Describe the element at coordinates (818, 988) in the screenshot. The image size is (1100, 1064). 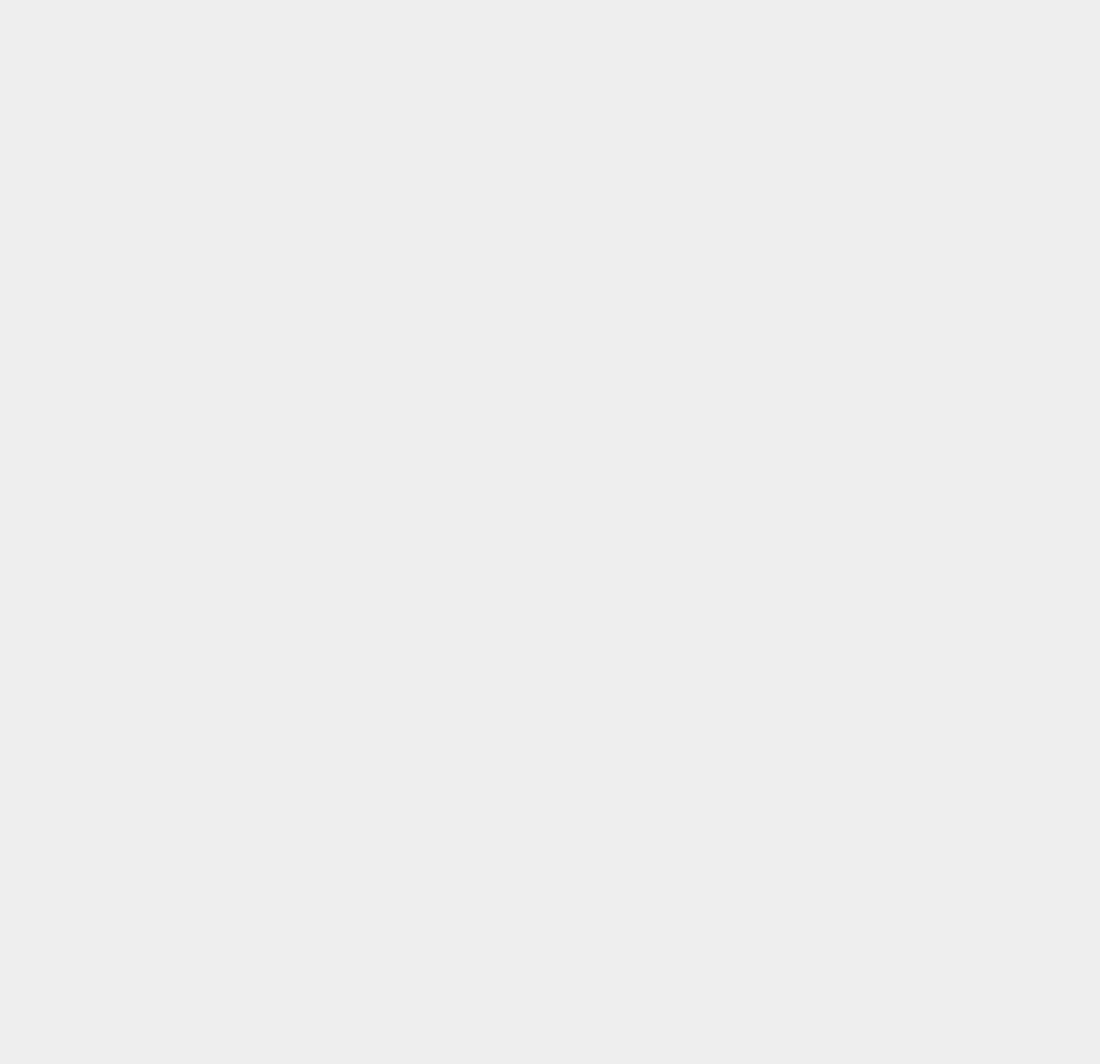
I see `'Visual Studio'` at that location.